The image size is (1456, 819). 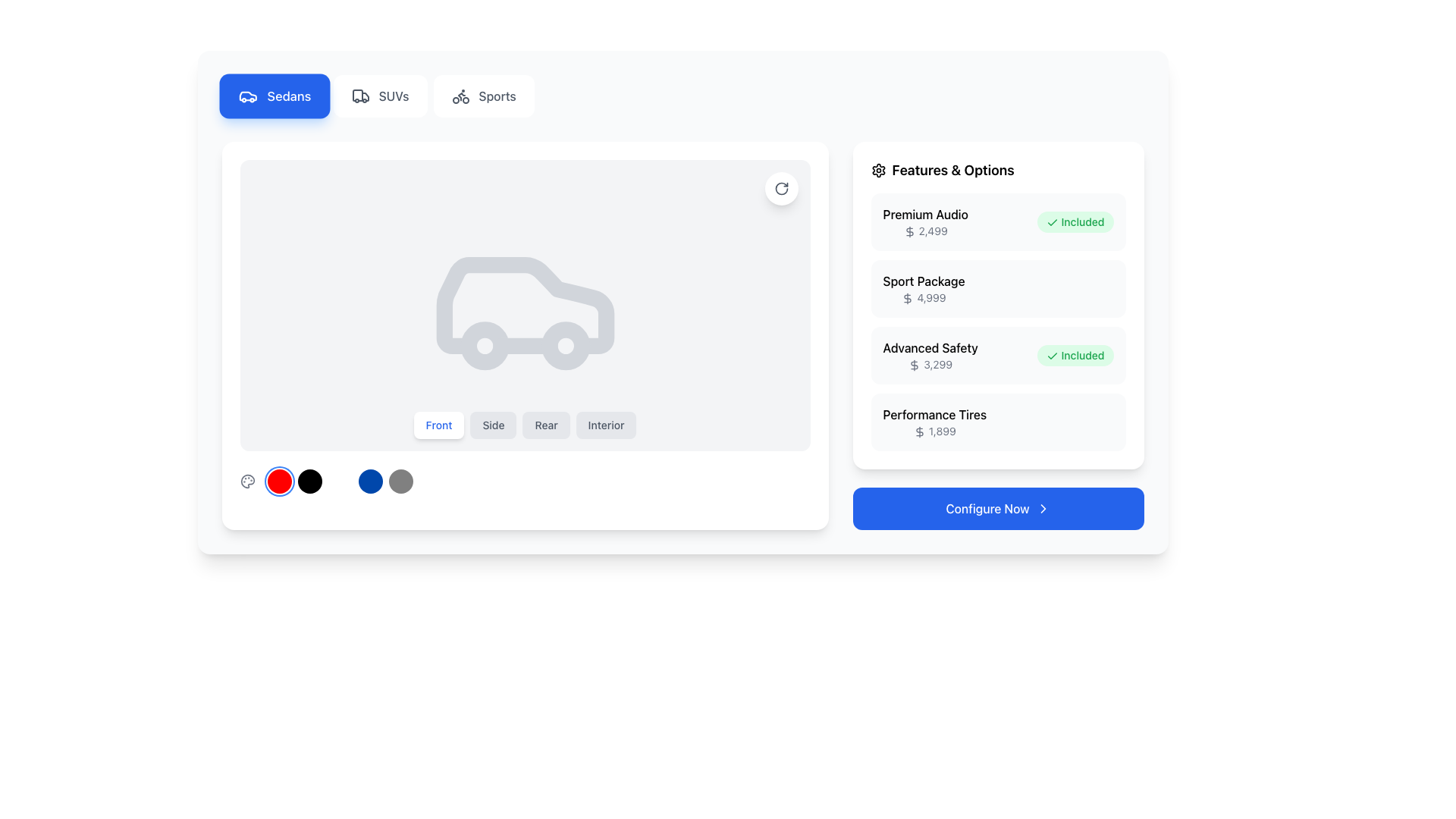 What do you see at coordinates (924, 231) in the screenshot?
I see `the Price Label indicating the price of the 'Premium Audio' feature, located at the top of the features list` at bounding box center [924, 231].